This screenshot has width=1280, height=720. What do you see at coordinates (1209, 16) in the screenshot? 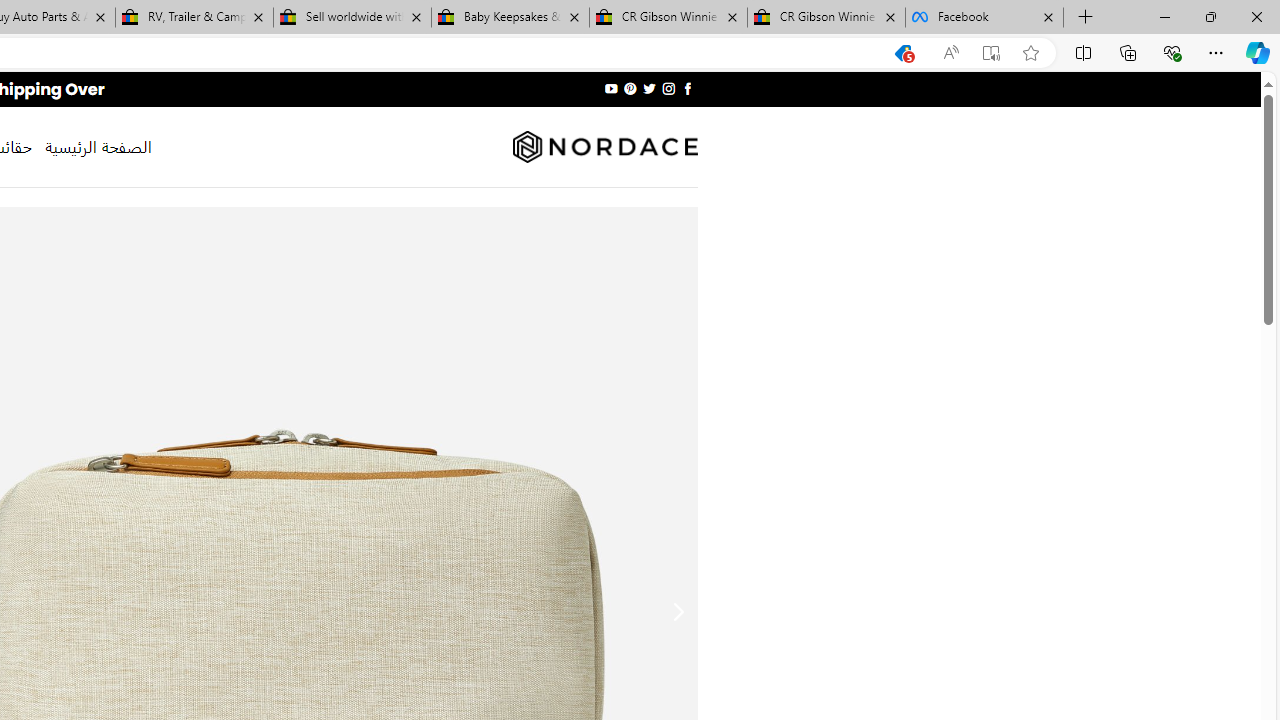
I see `'Restore'` at bounding box center [1209, 16].